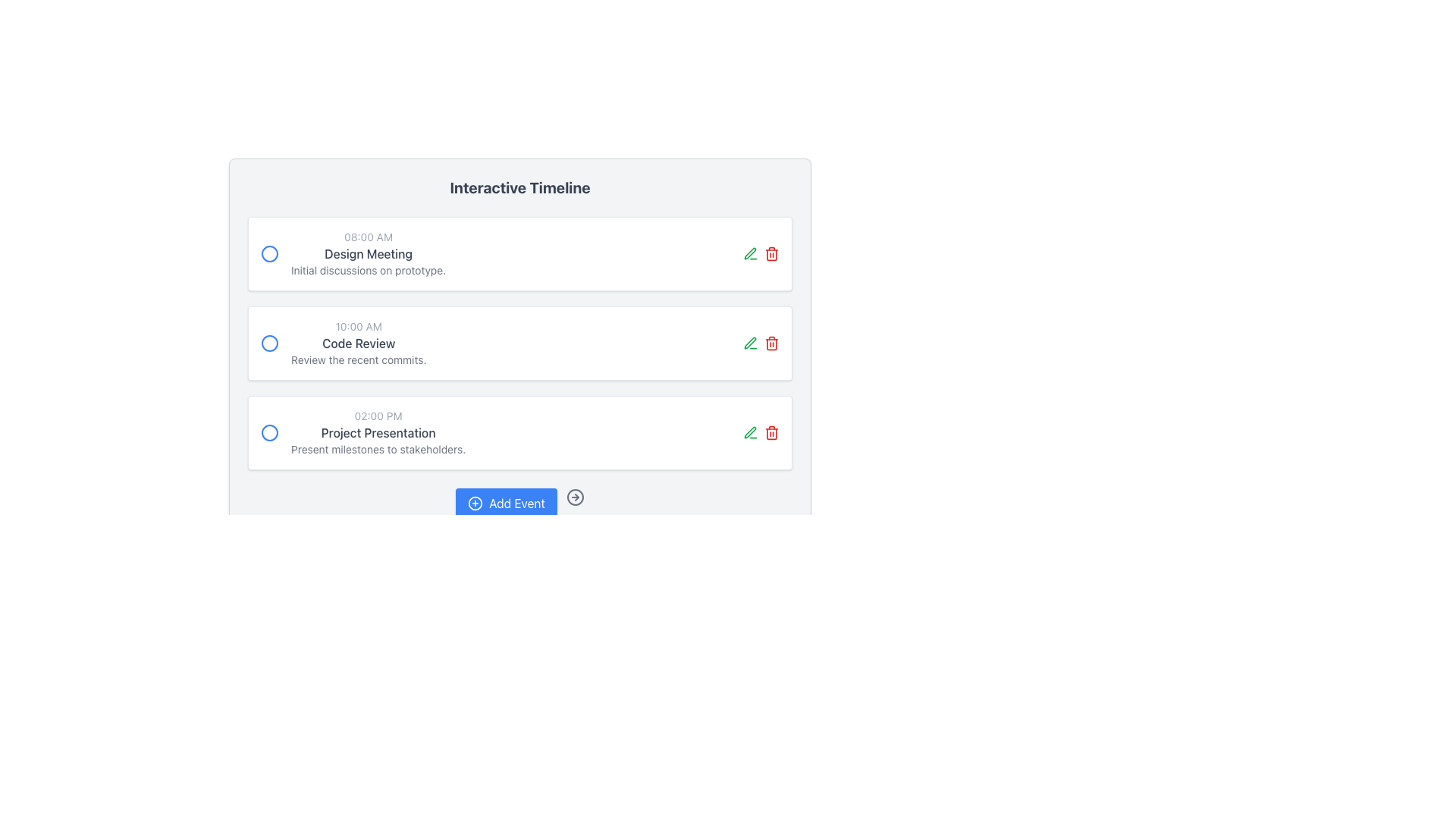 Image resolution: width=1456 pixels, height=819 pixels. I want to click on the blue circular outline of the SVG Ellipse positioned to the left of the '08:00 AM Design Meeting' event in the timeline, so click(269, 253).